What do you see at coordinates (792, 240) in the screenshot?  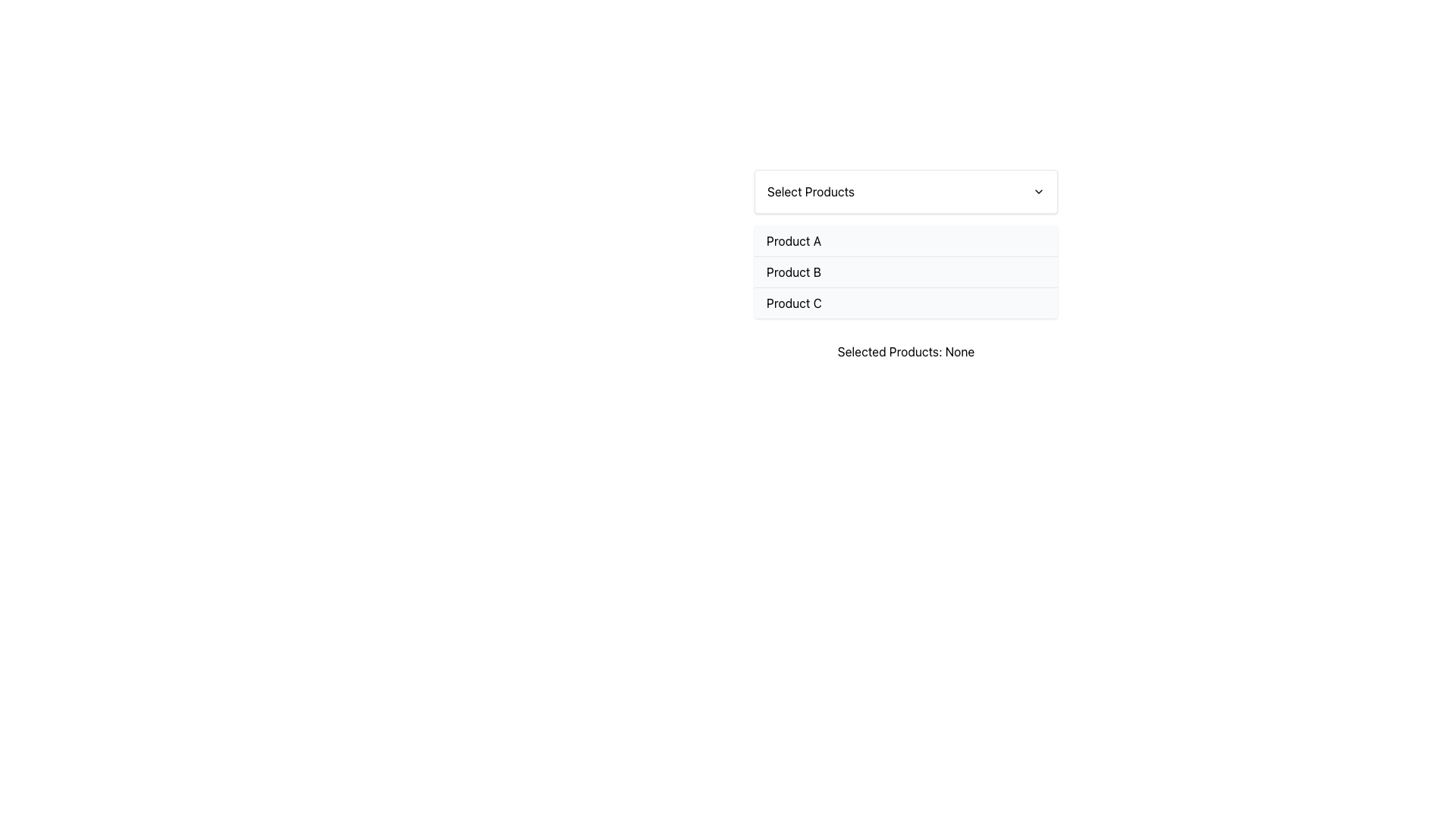 I see `the 'Product A' text label` at bounding box center [792, 240].